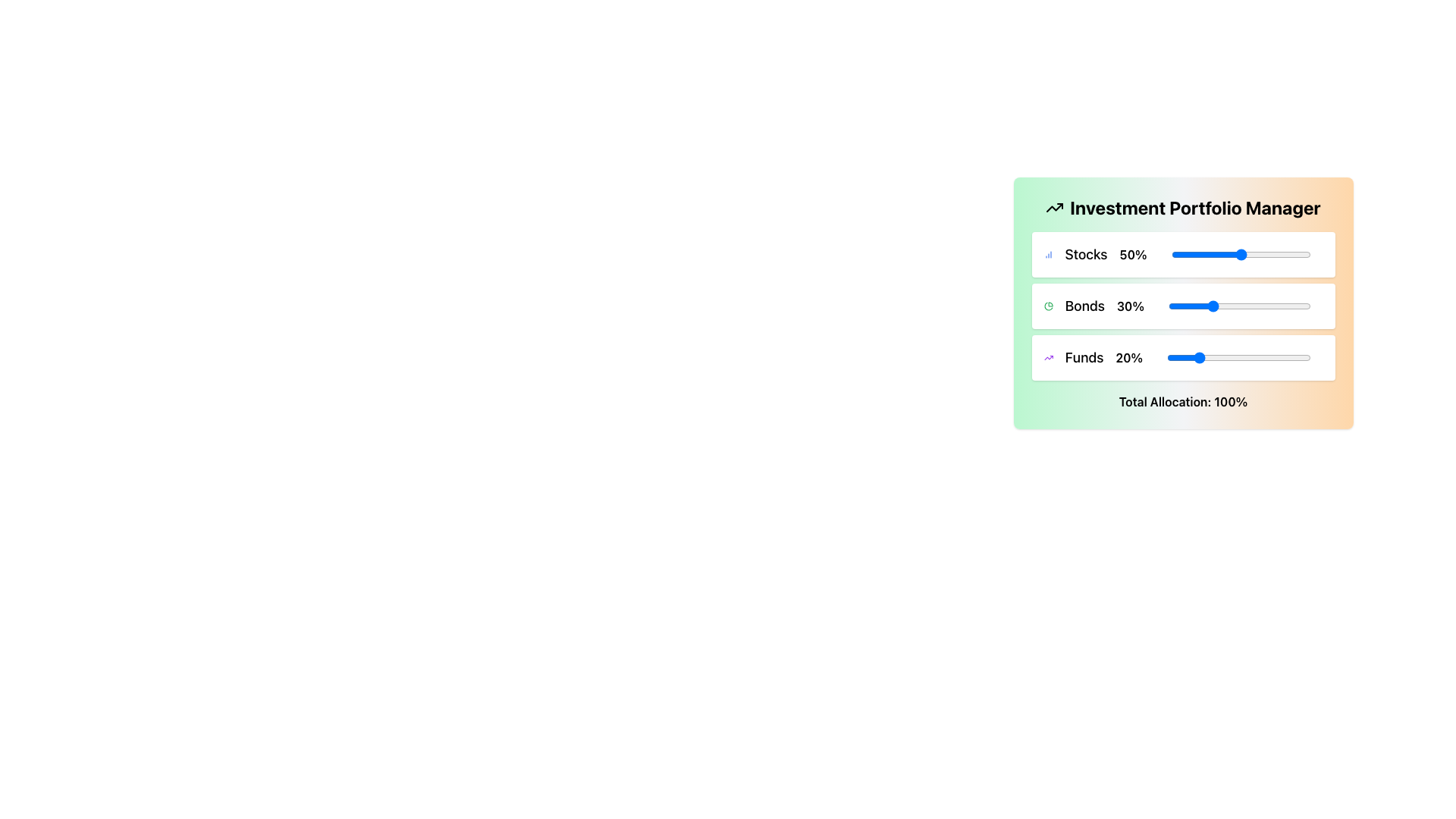 The width and height of the screenshot is (1456, 819). Describe the element at coordinates (1293, 253) in the screenshot. I see `the allocation percentage of the Stocks slider` at that location.